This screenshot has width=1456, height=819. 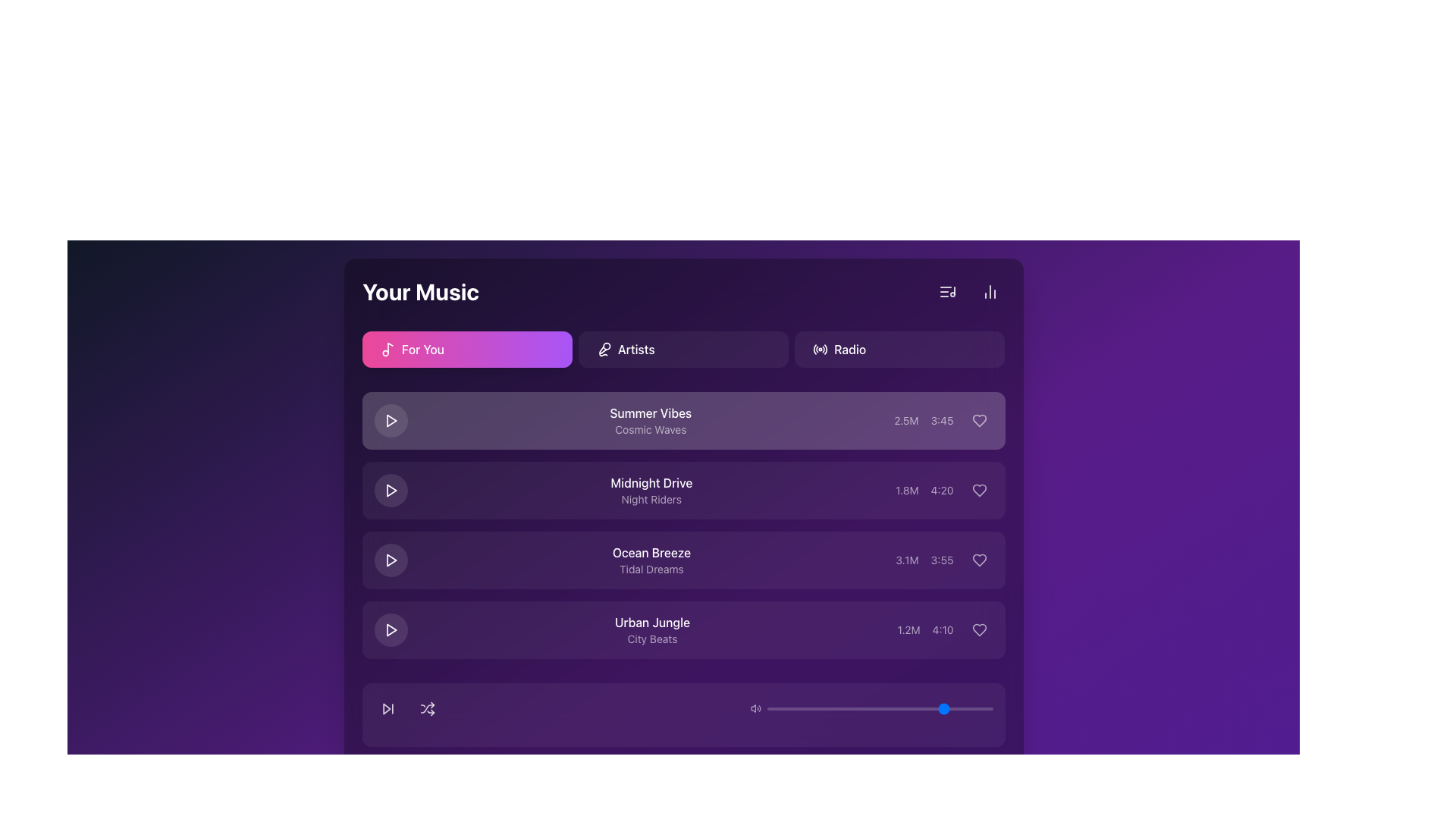 What do you see at coordinates (651, 421) in the screenshot?
I see `the content of the text label that displays 'Summer Vibes' and 'Cosmic Waves' in a dark purple panel located under 'Your Music'` at bounding box center [651, 421].